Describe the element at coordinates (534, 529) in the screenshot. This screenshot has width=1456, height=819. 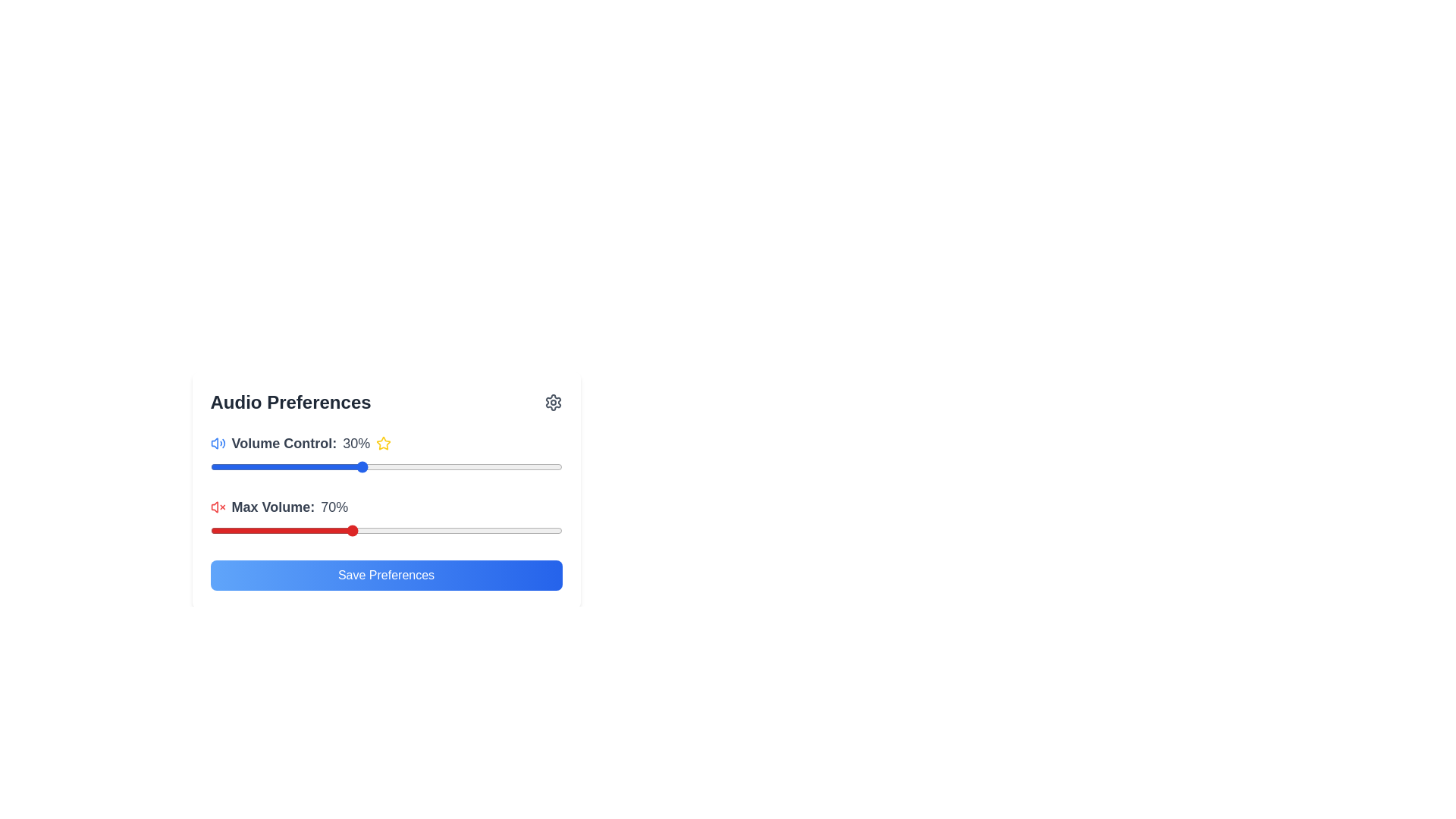
I see `max volume` at that location.